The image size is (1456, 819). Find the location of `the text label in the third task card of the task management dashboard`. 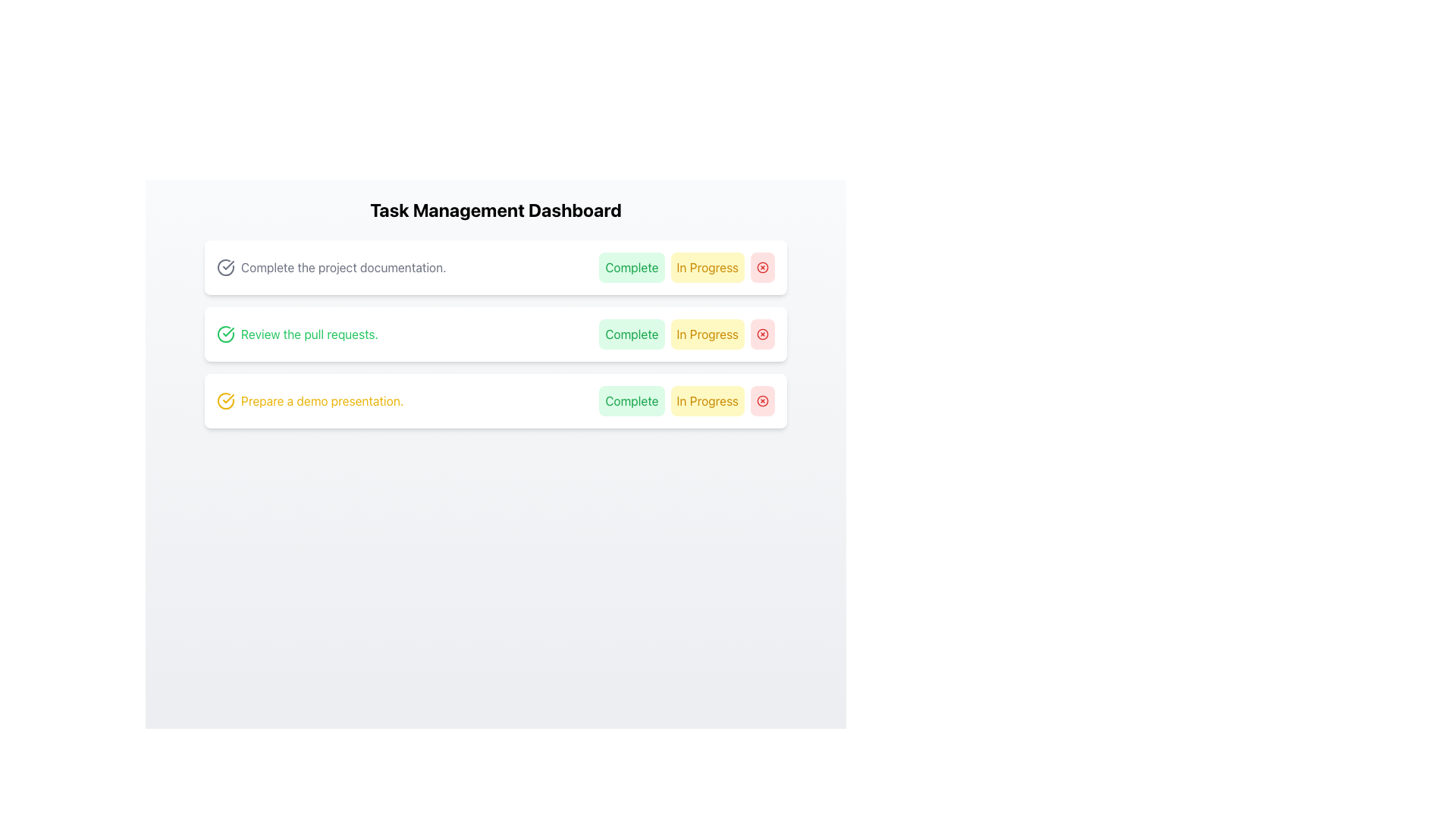

the text label in the third task card of the task management dashboard is located at coordinates (309, 400).